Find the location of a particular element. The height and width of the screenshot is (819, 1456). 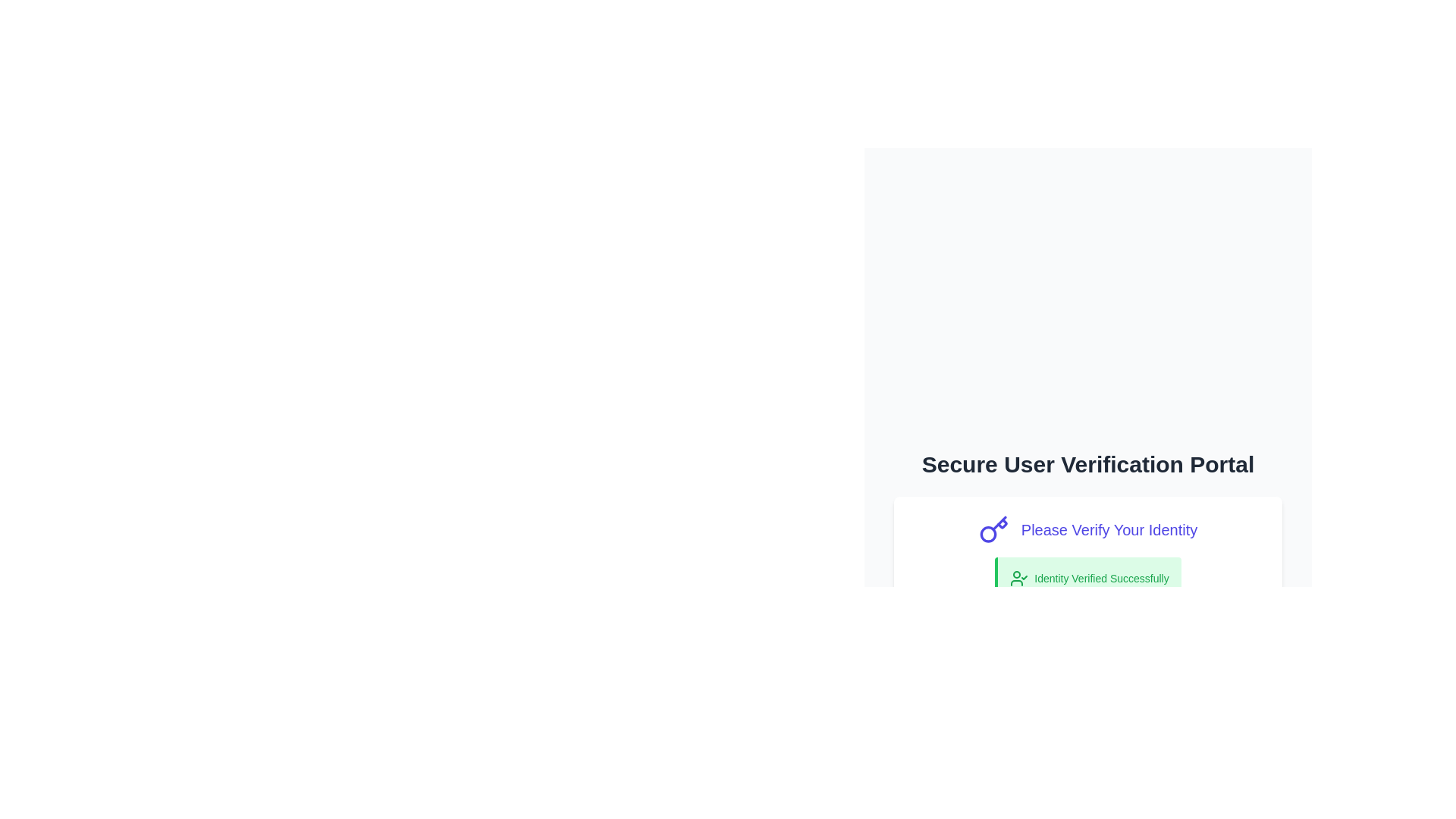

properties of the identity verification icon located at the top-left of the message box indicating 'Identity Verified Successfully.' is located at coordinates (1019, 579).